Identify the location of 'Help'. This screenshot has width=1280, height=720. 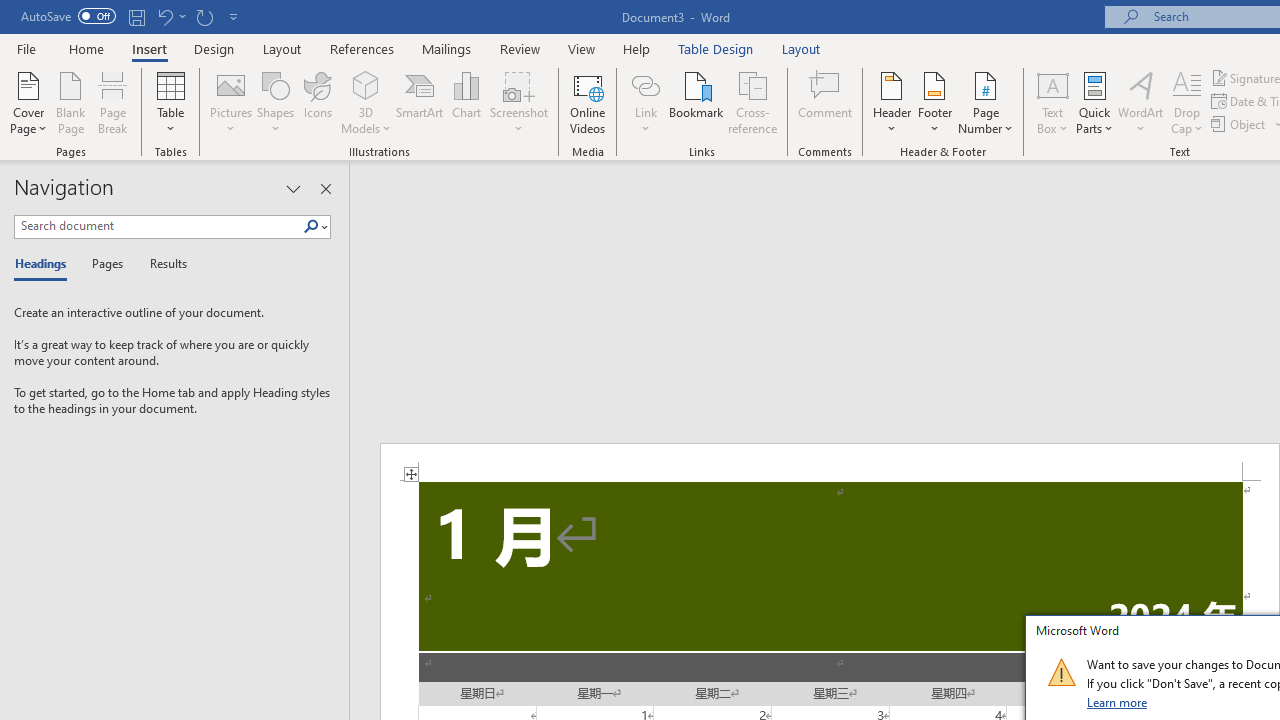
(636, 48).